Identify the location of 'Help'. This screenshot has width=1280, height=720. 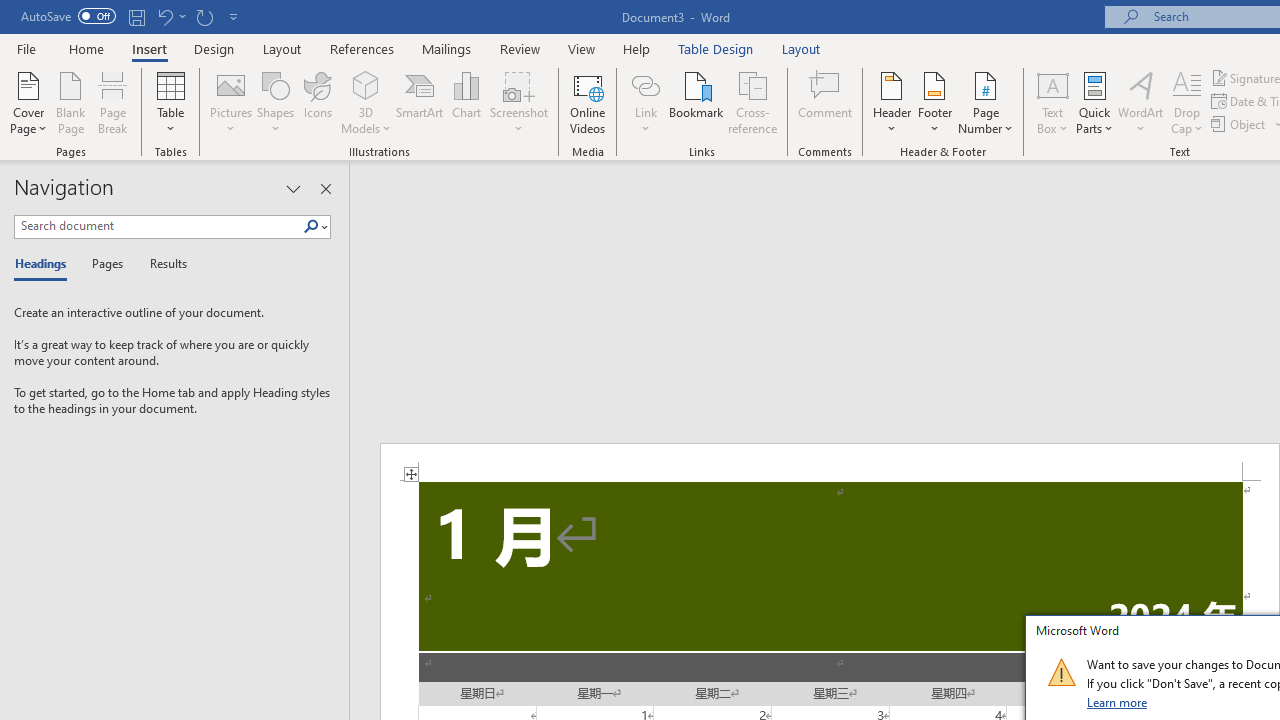
(636, 48).